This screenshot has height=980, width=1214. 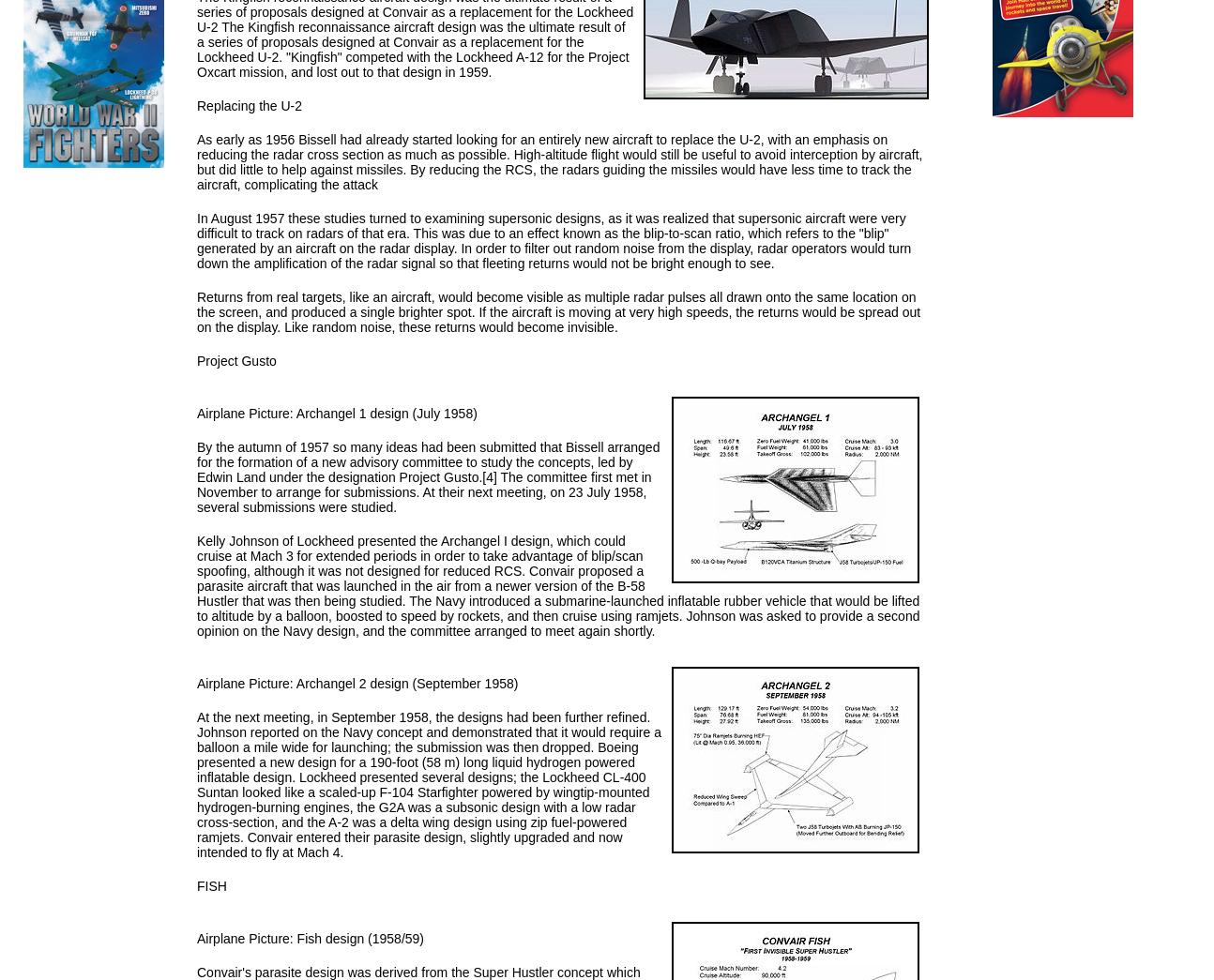 I want to click on 'By the autumn of 1957 so many ideas had been submitted that Bissell arranged for the formation of a new advisory committee to study the concepts, led
by Edwin Land under the designation Project Gusto.[4] The committee first met in November to arrange for submissions. At their next meeting, on 23 July
1958, several submissions were studied.', so click(x=427, y=476).